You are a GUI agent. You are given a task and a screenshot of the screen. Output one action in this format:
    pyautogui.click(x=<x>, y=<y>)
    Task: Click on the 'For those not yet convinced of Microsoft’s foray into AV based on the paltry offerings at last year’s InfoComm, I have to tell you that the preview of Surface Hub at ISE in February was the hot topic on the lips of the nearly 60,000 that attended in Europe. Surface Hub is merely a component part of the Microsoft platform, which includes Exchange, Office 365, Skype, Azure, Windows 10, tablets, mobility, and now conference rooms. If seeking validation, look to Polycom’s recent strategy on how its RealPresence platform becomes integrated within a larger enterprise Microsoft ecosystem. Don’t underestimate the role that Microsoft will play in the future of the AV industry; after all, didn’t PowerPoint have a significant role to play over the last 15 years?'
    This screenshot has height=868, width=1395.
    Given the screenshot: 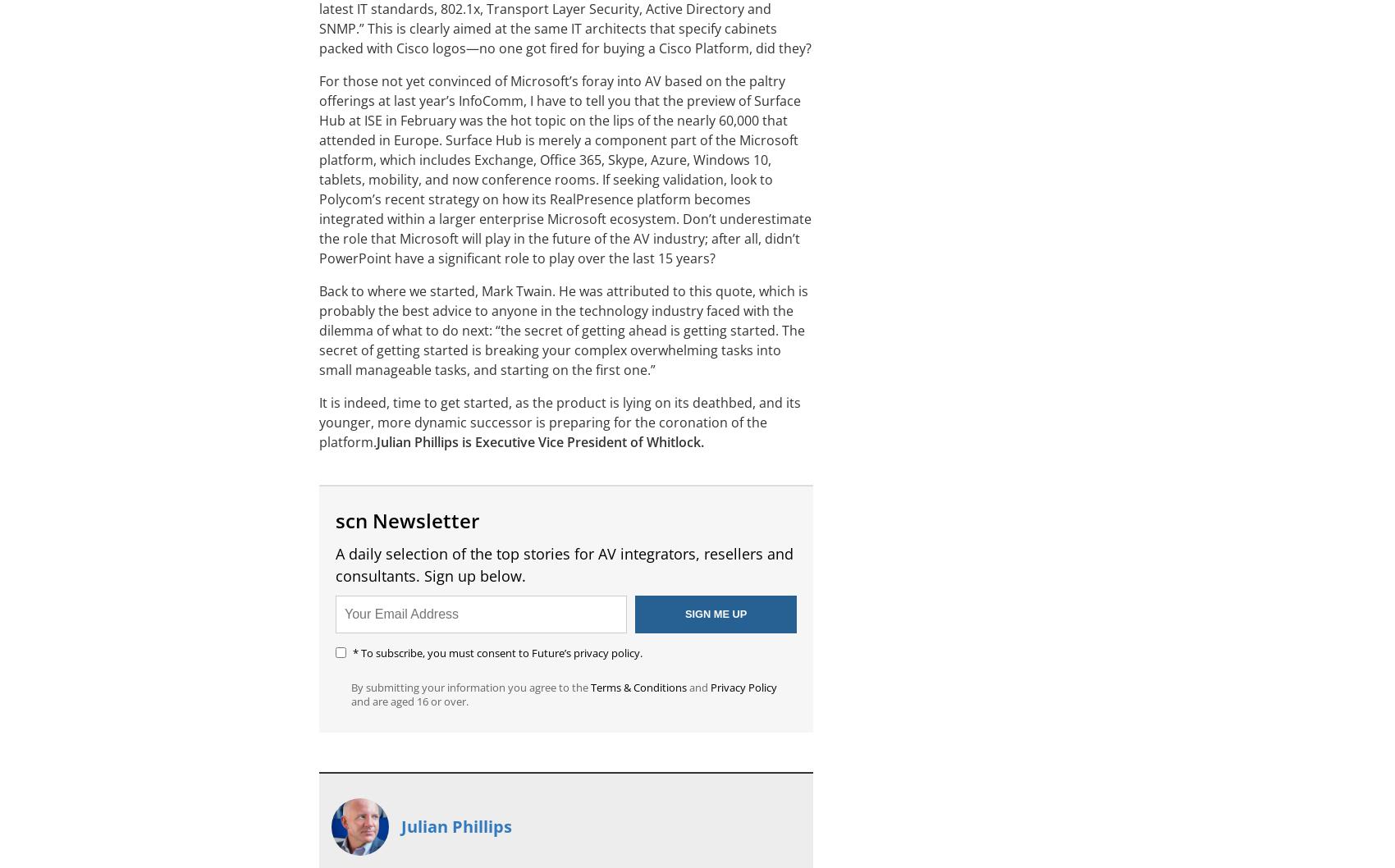 What is the action you would take?
    pyautogui.click(x=318, y=170)
    